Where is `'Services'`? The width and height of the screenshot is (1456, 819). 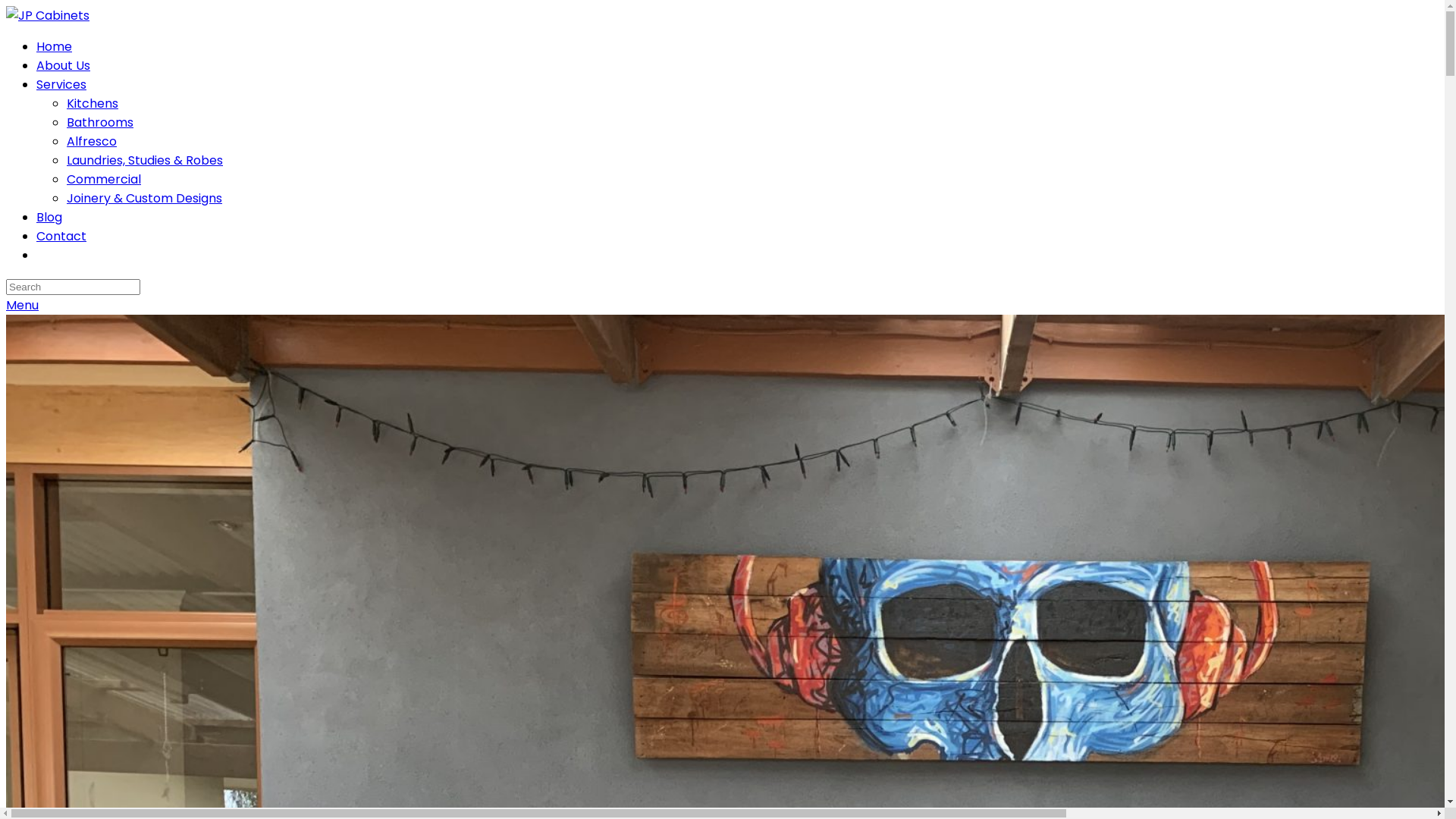 'Services' is located at coordinates (61, 84).